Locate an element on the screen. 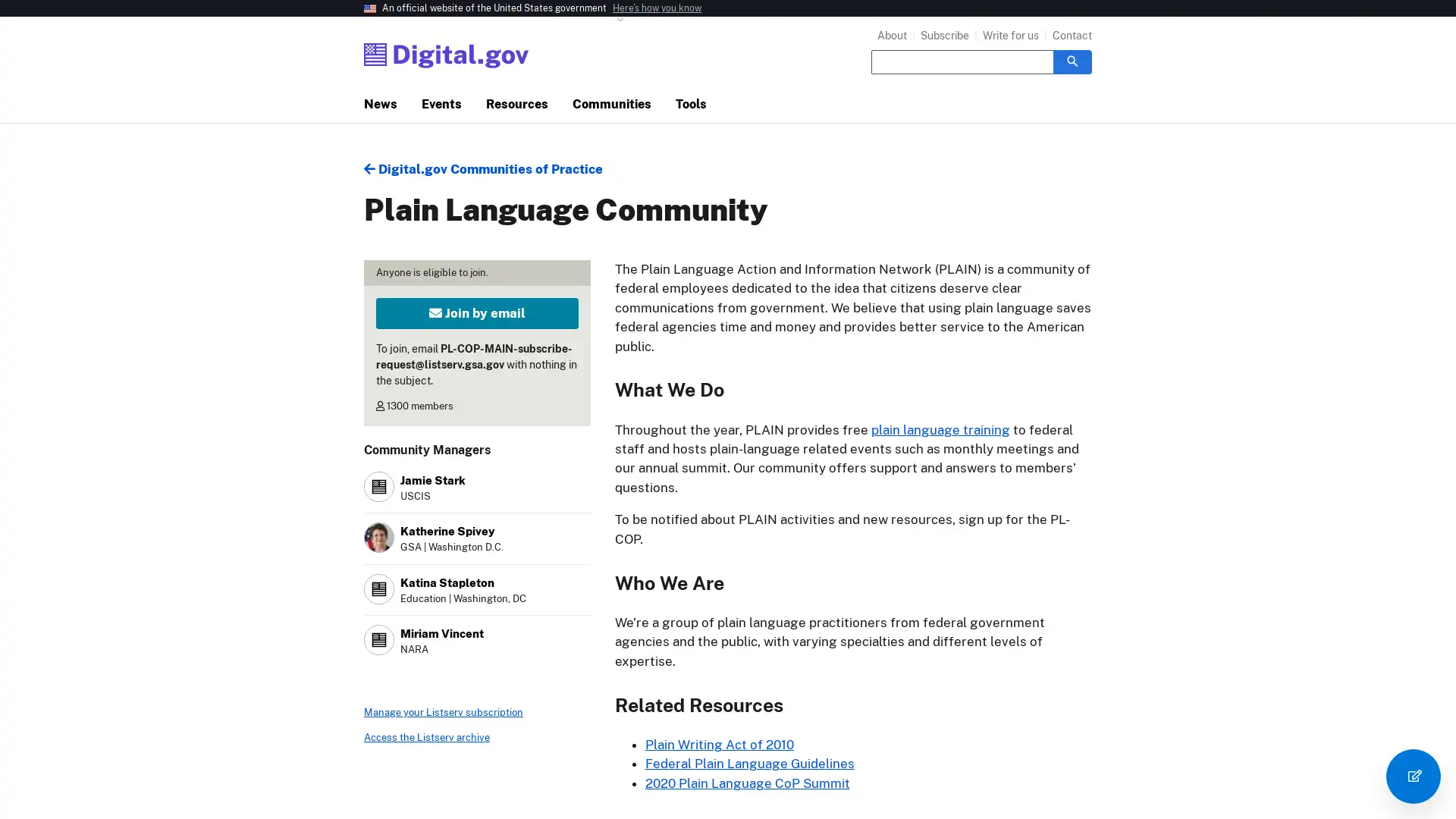  Heres how you know is located at coordinates (657, 8).